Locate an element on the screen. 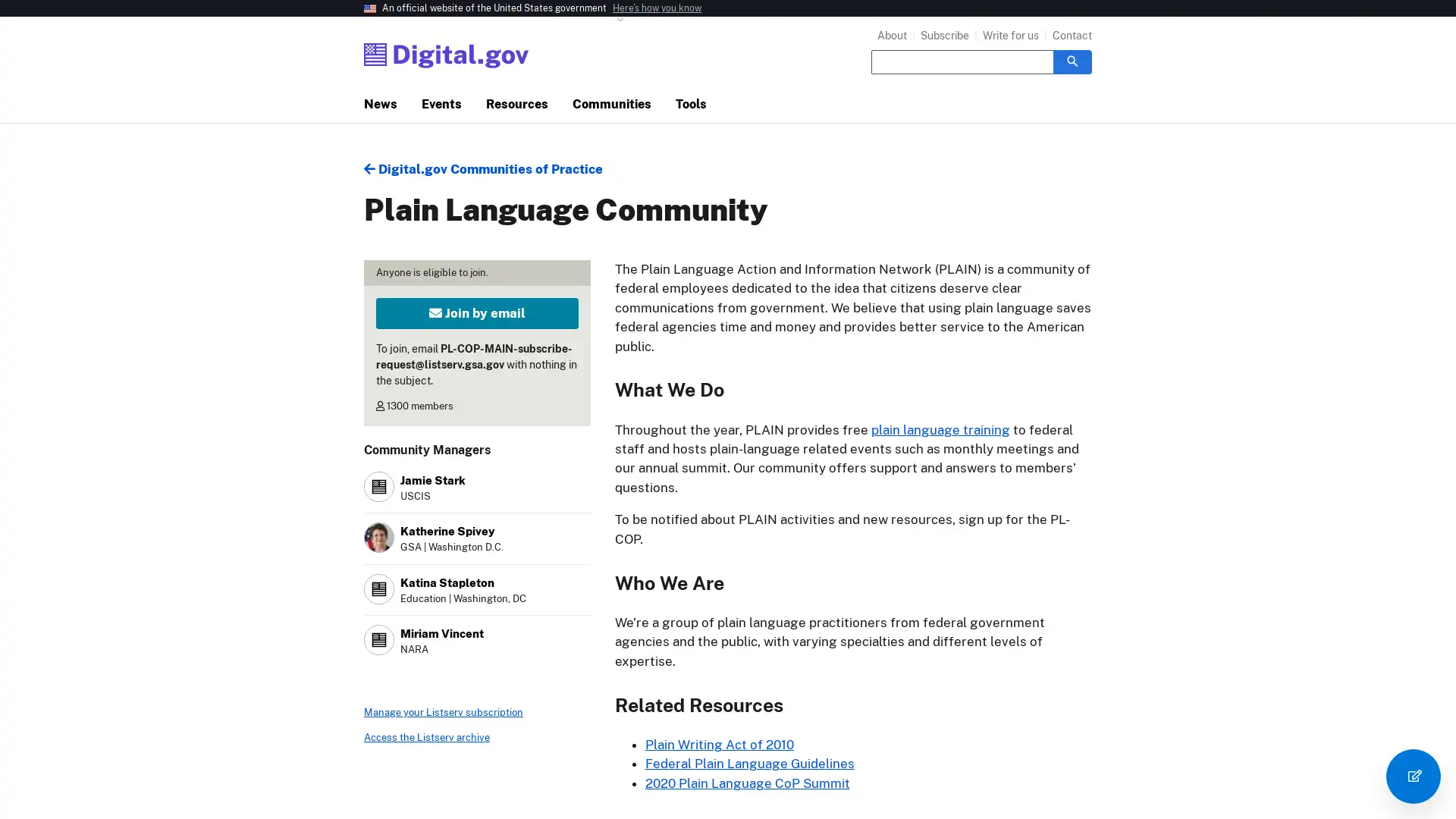  Heres how you know is located at coordinates (657, 8).